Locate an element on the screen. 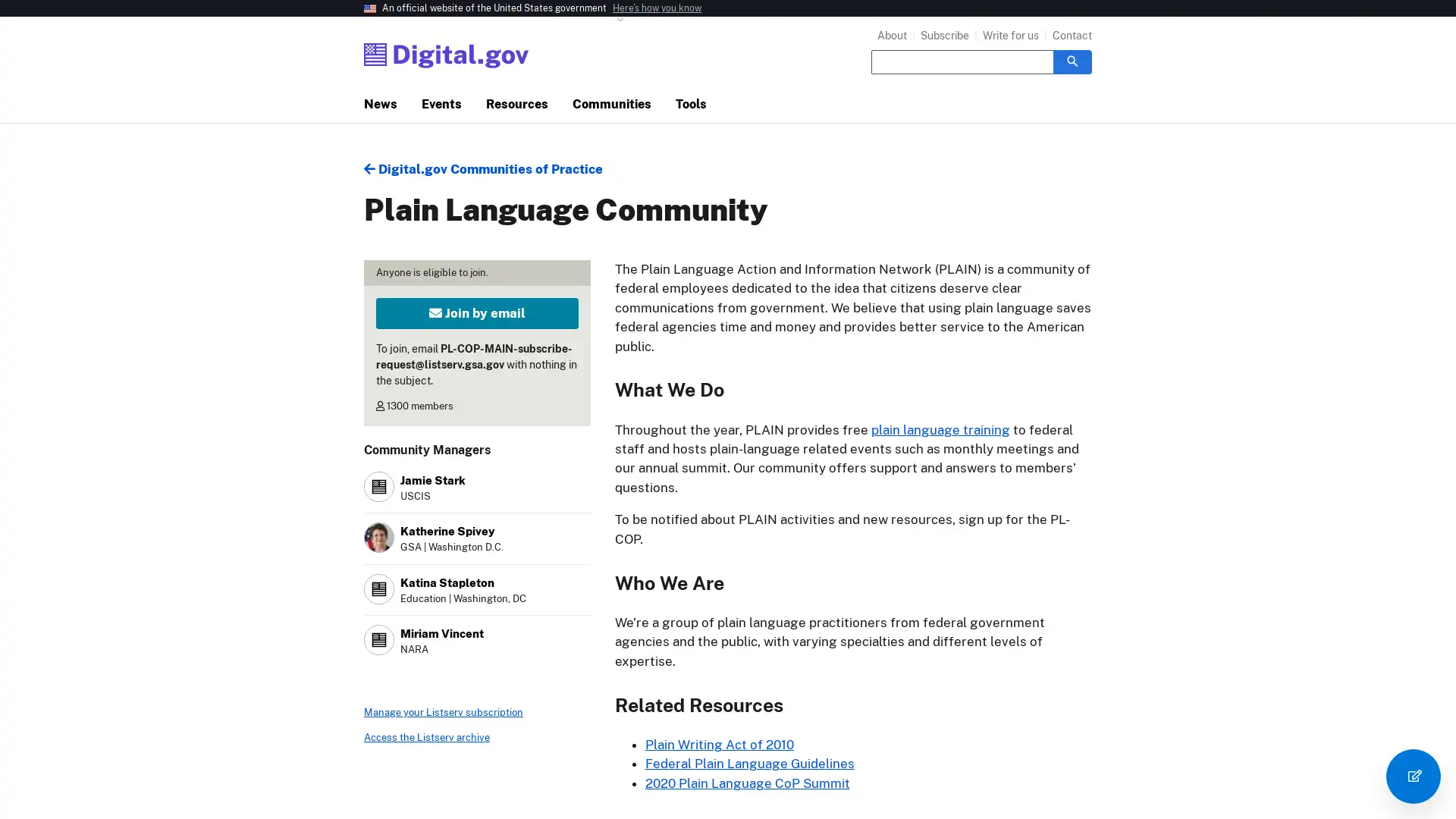  Heres how you know is located at coordinates (657, 8).